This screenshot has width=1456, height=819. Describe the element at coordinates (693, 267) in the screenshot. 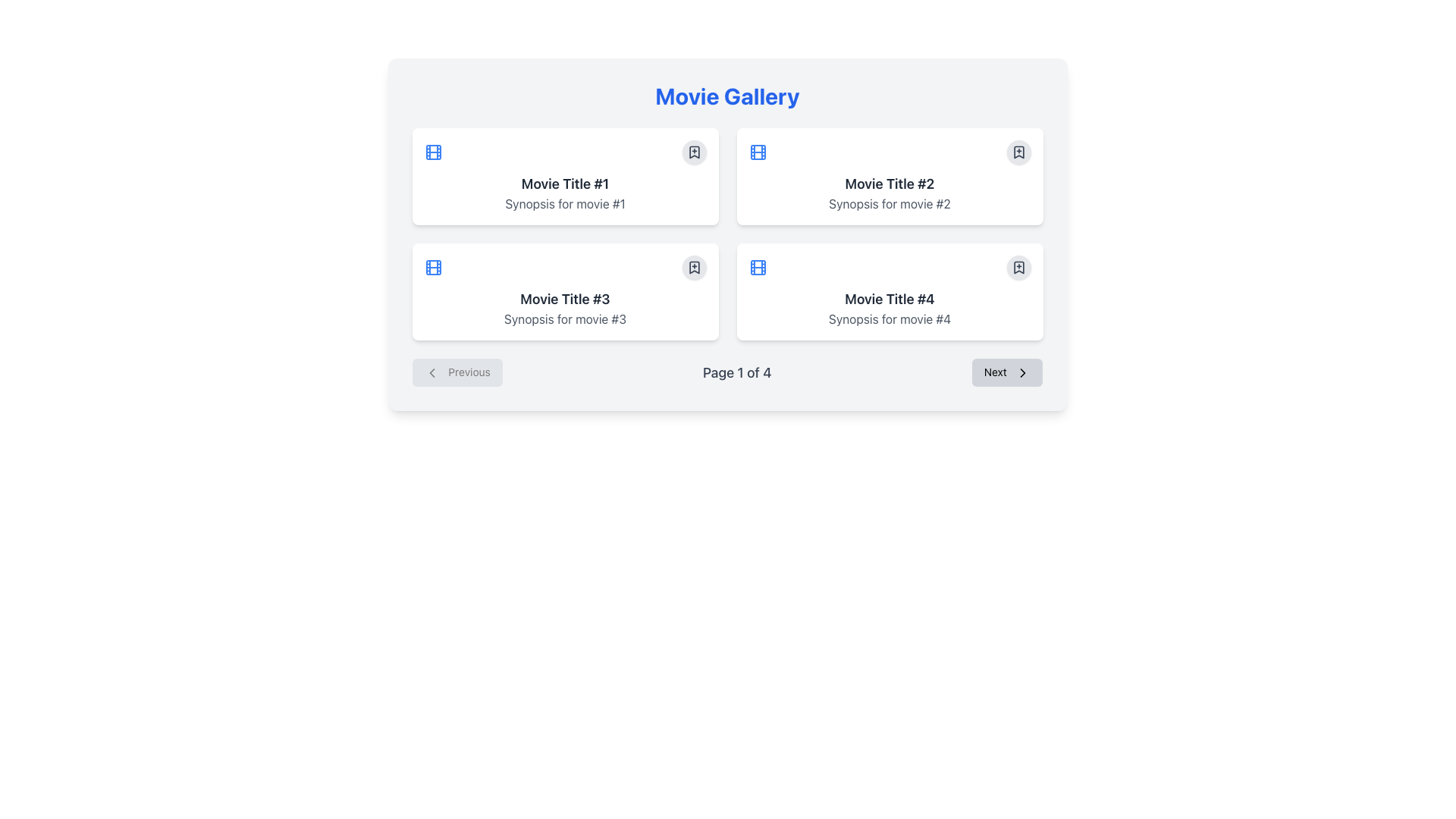

I see `the circular button with a light grey background and a plus sign inside a bookmark located in the top-right corner of the card titled 'Movie Title #3' to bookmark the movie` at that location.